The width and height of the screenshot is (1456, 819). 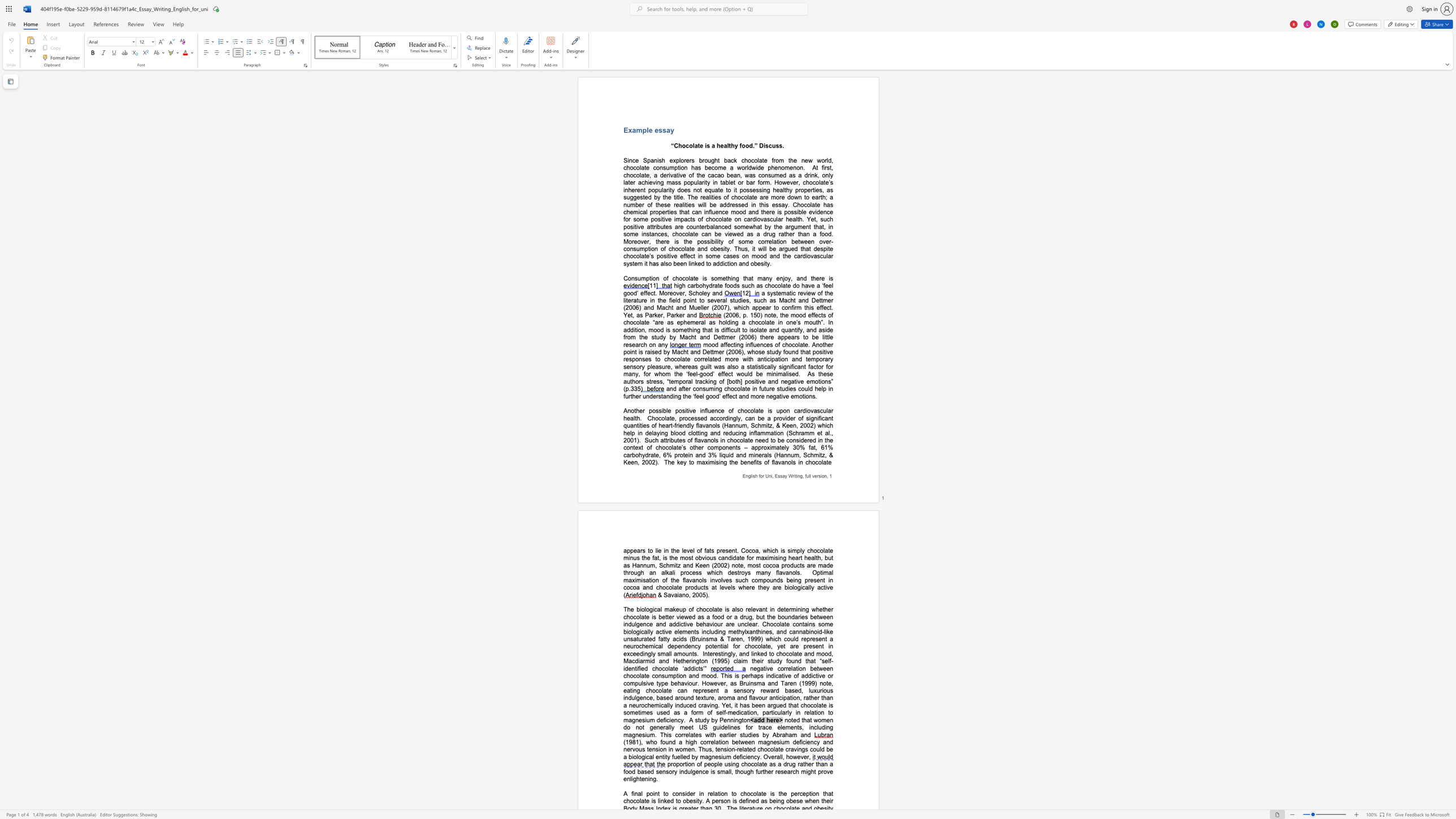 What do you see at coordinates (702, 447) in the screenshot?
I see `the 3th character "r" in the text` at bounding box center [702, 447].